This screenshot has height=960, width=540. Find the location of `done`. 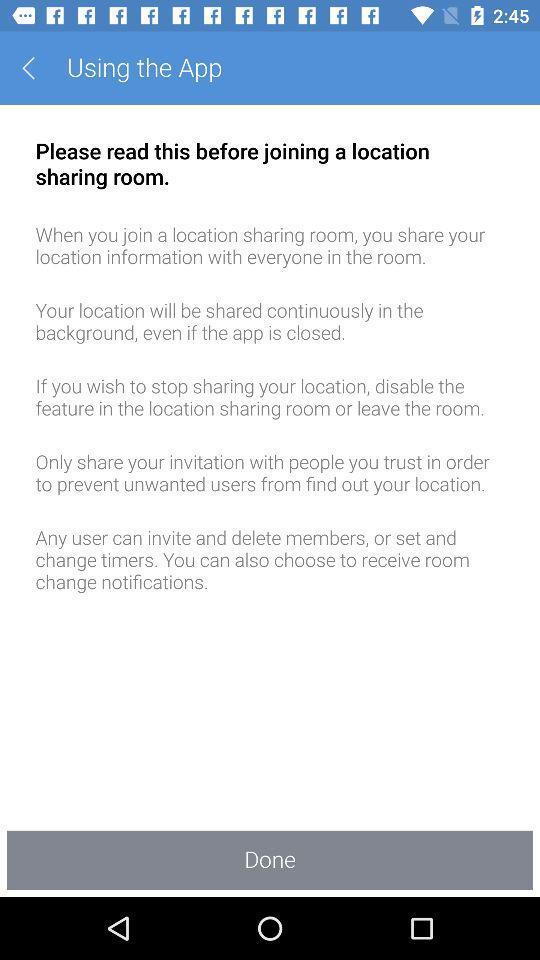

done is located at coordinates (270, 859).